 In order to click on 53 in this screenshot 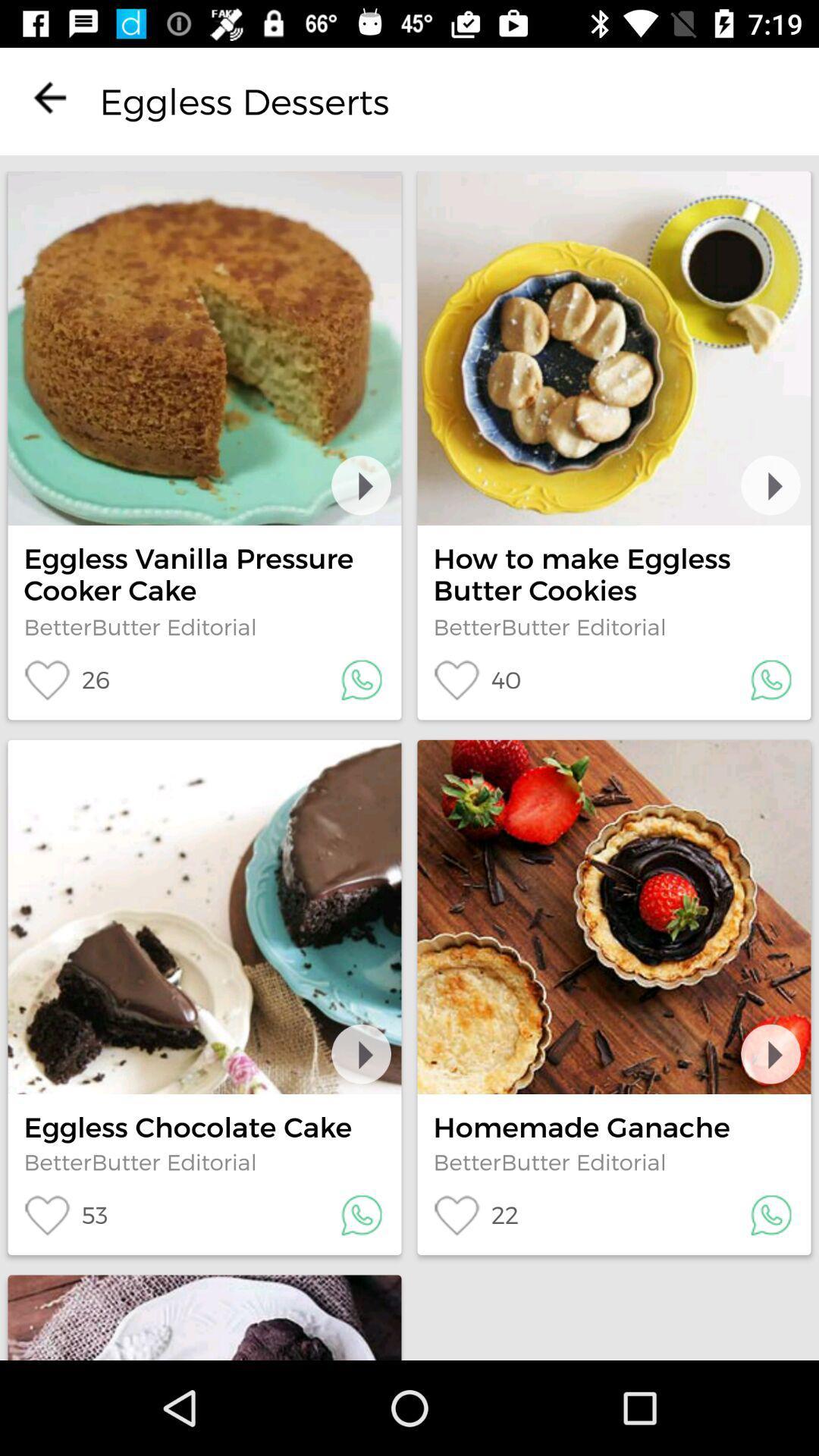, I will do `click(65, 1215)`.